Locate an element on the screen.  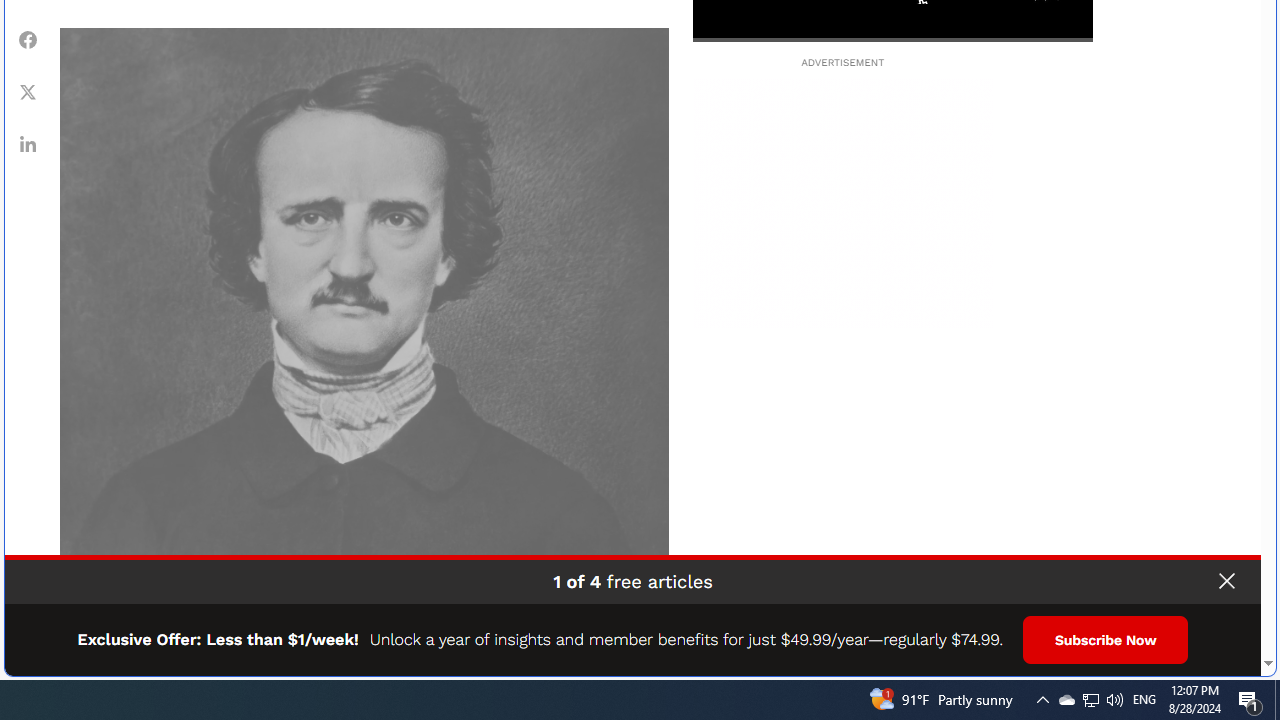
'Portrait of Edgar Allan Poe.' is located at coordinates (364, 331).